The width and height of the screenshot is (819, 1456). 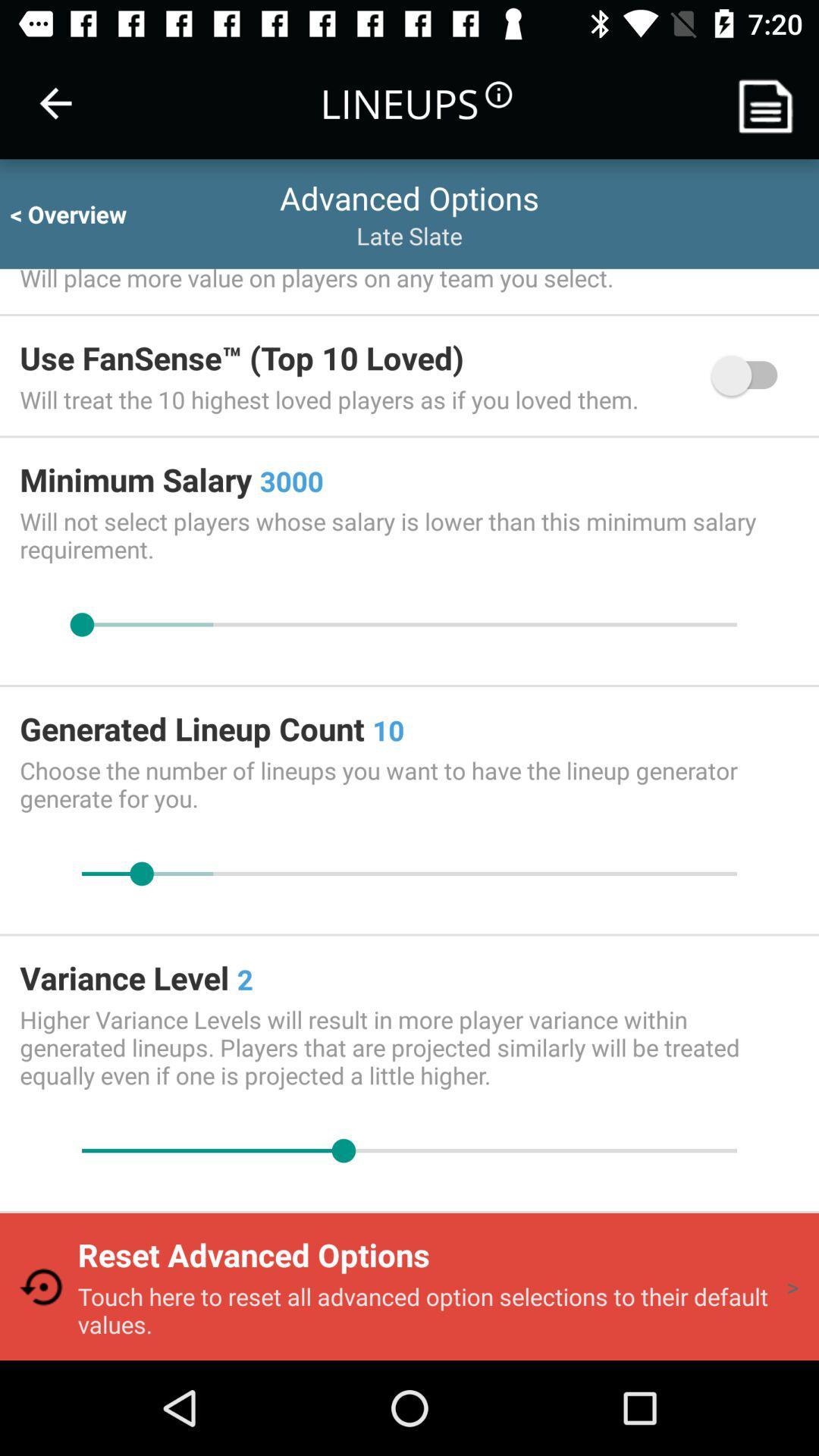 I want to click on the < overview, so click(x=82, y=213).